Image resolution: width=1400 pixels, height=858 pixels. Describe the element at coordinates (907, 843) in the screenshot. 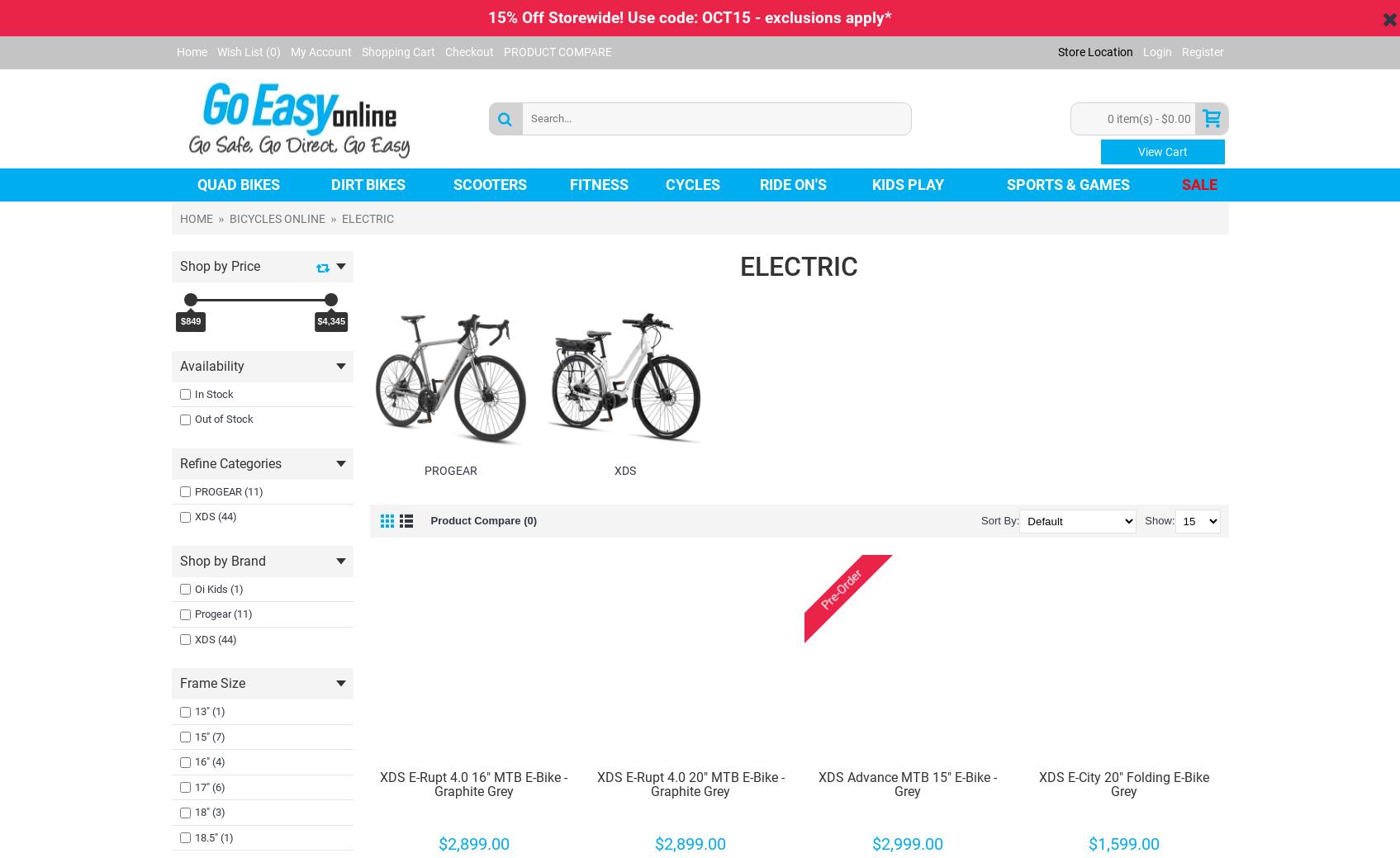

I see `'$2,999.00'` at that location.